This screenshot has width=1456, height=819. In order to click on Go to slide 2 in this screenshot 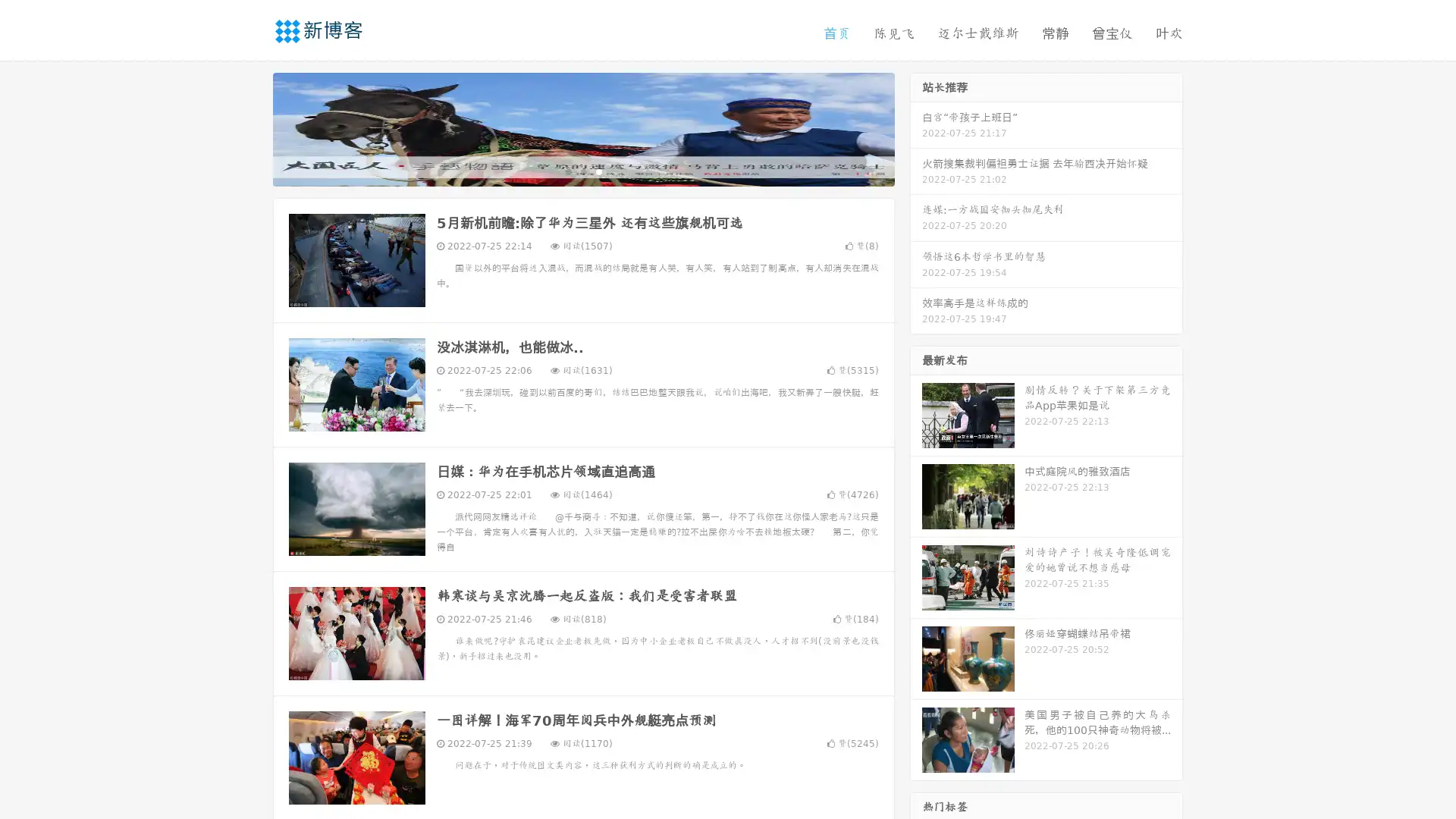, I will do `click(582, 171)`.